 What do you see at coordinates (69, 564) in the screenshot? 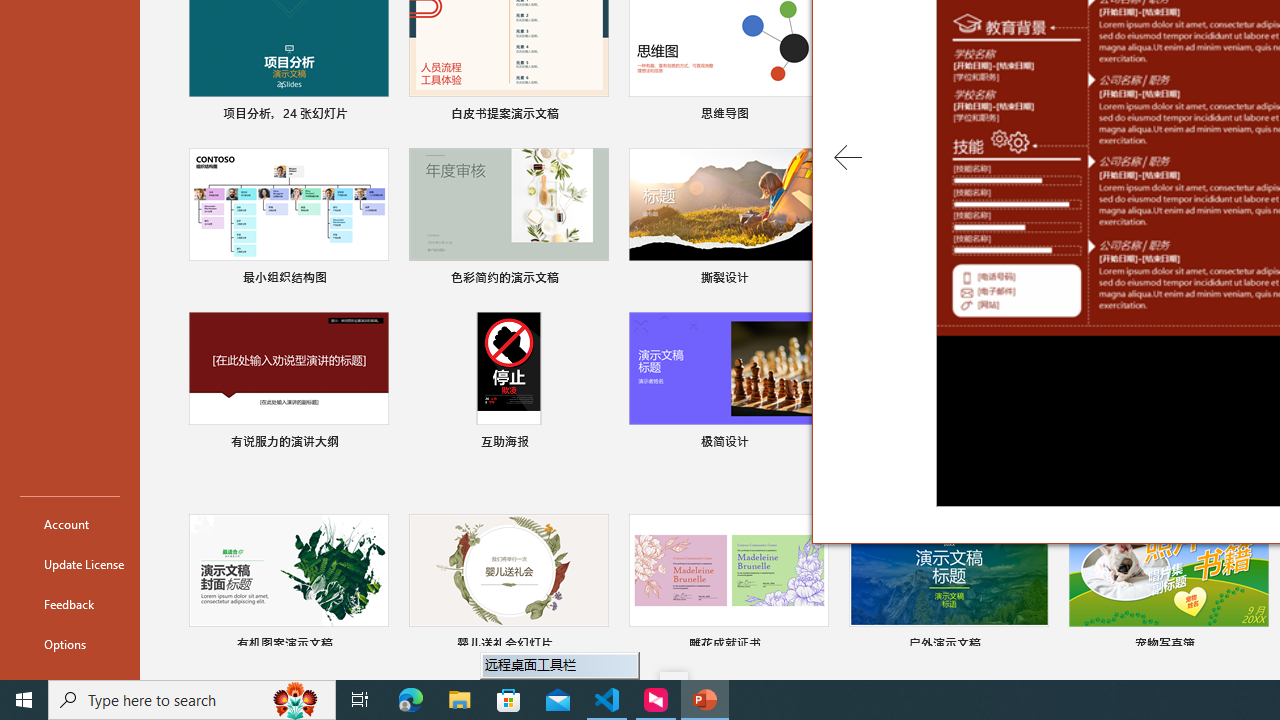
I see `'Update License'` at bounding box center [69, 564].